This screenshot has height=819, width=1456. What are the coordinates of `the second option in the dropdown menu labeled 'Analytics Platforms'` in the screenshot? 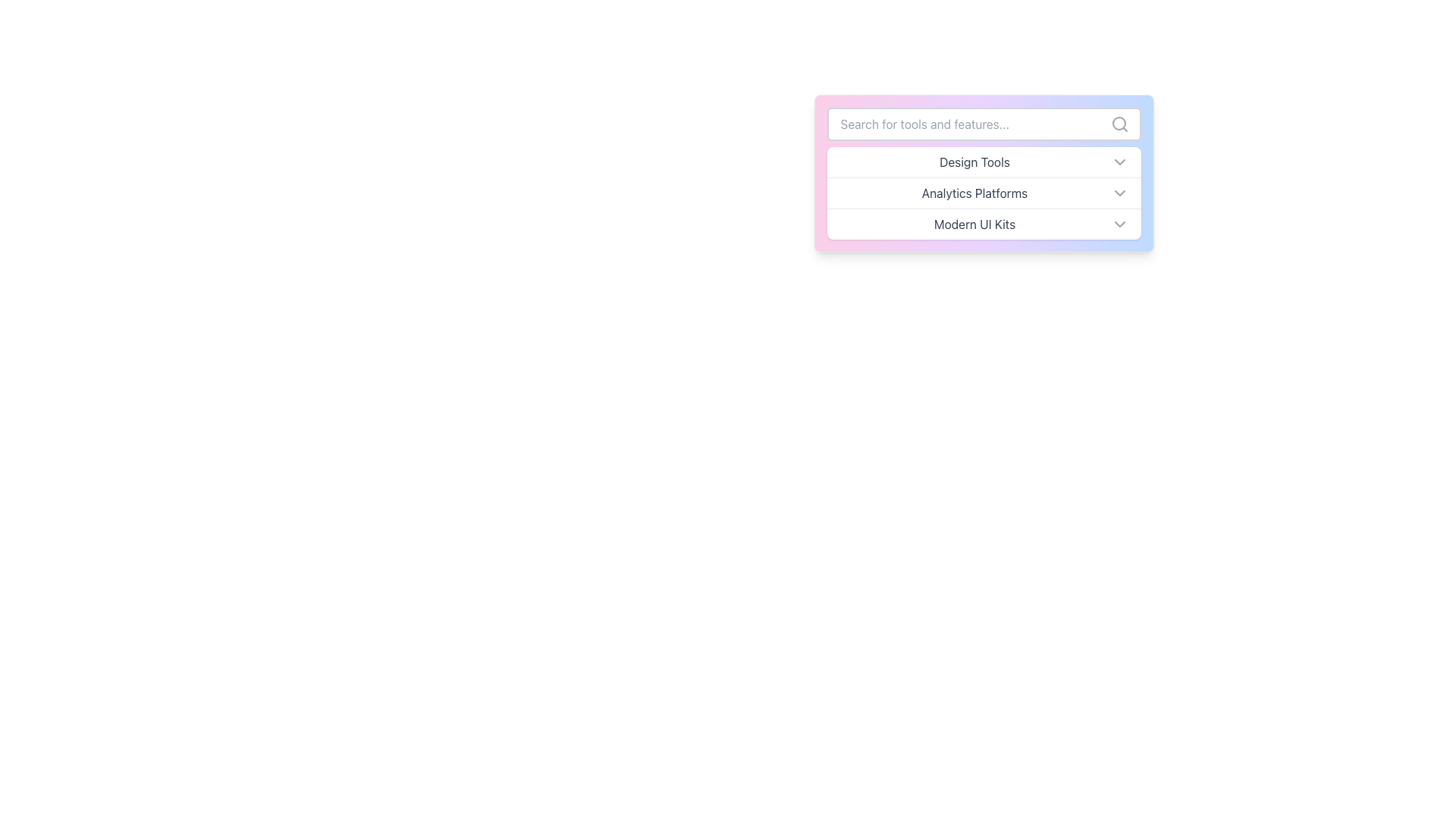 It's located at (984, 192).